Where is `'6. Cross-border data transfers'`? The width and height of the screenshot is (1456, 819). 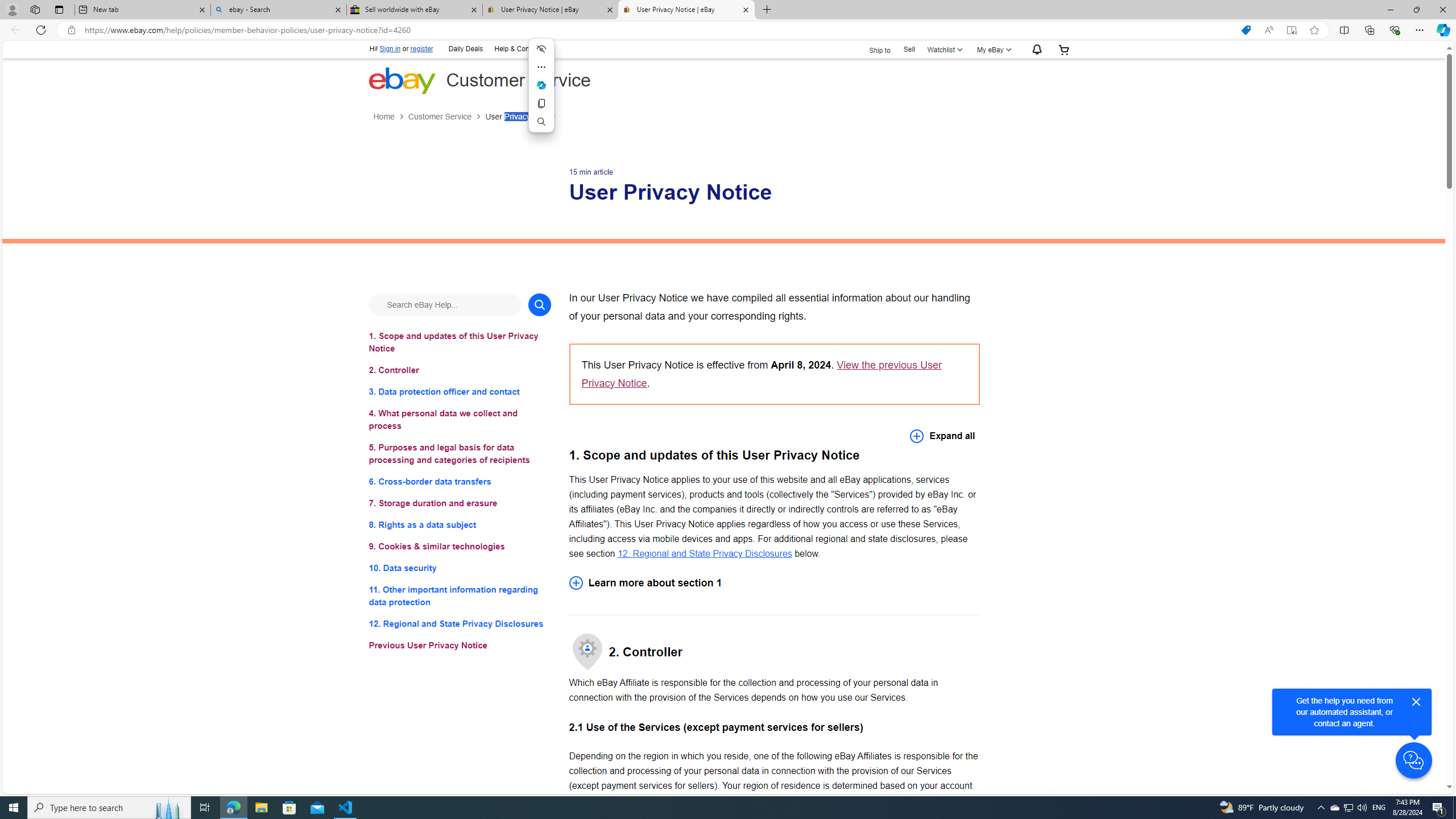
'6. Cross-border data transfers' is located at coordinates (459, 481).